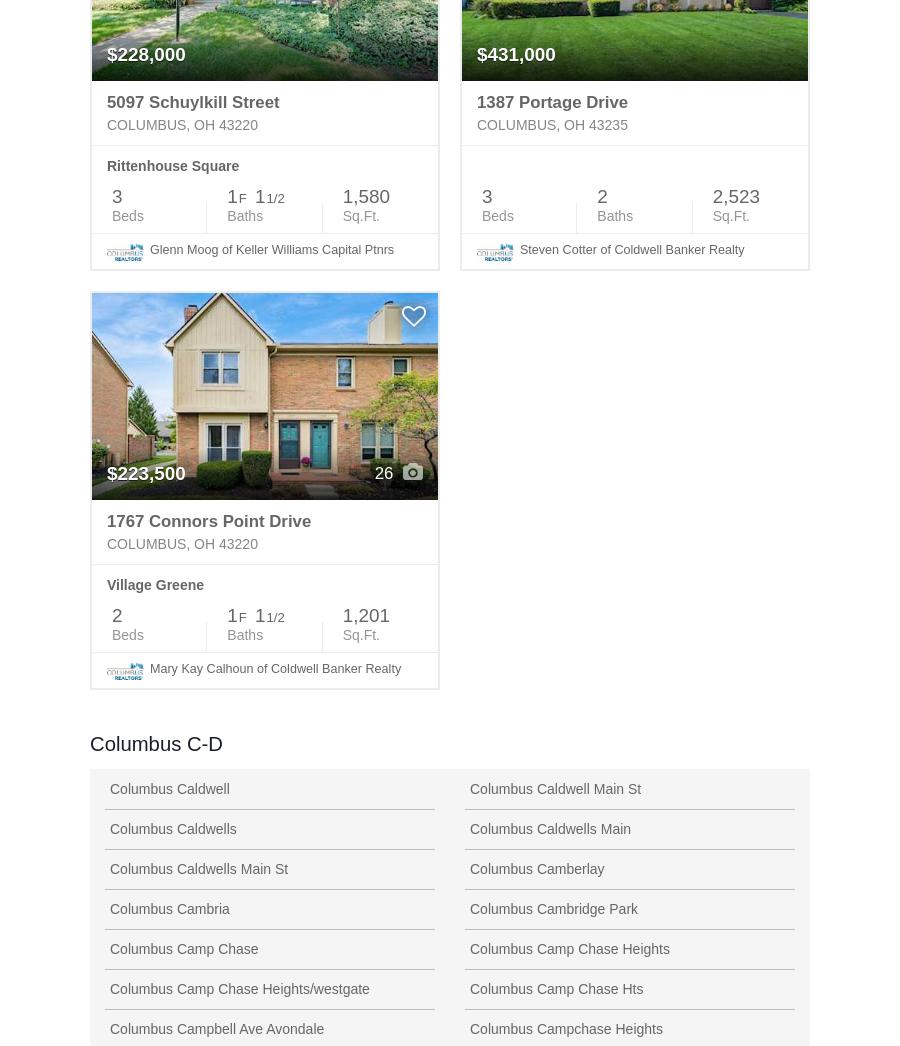 This screenshot has width=900, height=1046. Describe the element at coordinates (555, 987) in the screenshot. I see `'Columbus Camp Chase Hts'` at that location.